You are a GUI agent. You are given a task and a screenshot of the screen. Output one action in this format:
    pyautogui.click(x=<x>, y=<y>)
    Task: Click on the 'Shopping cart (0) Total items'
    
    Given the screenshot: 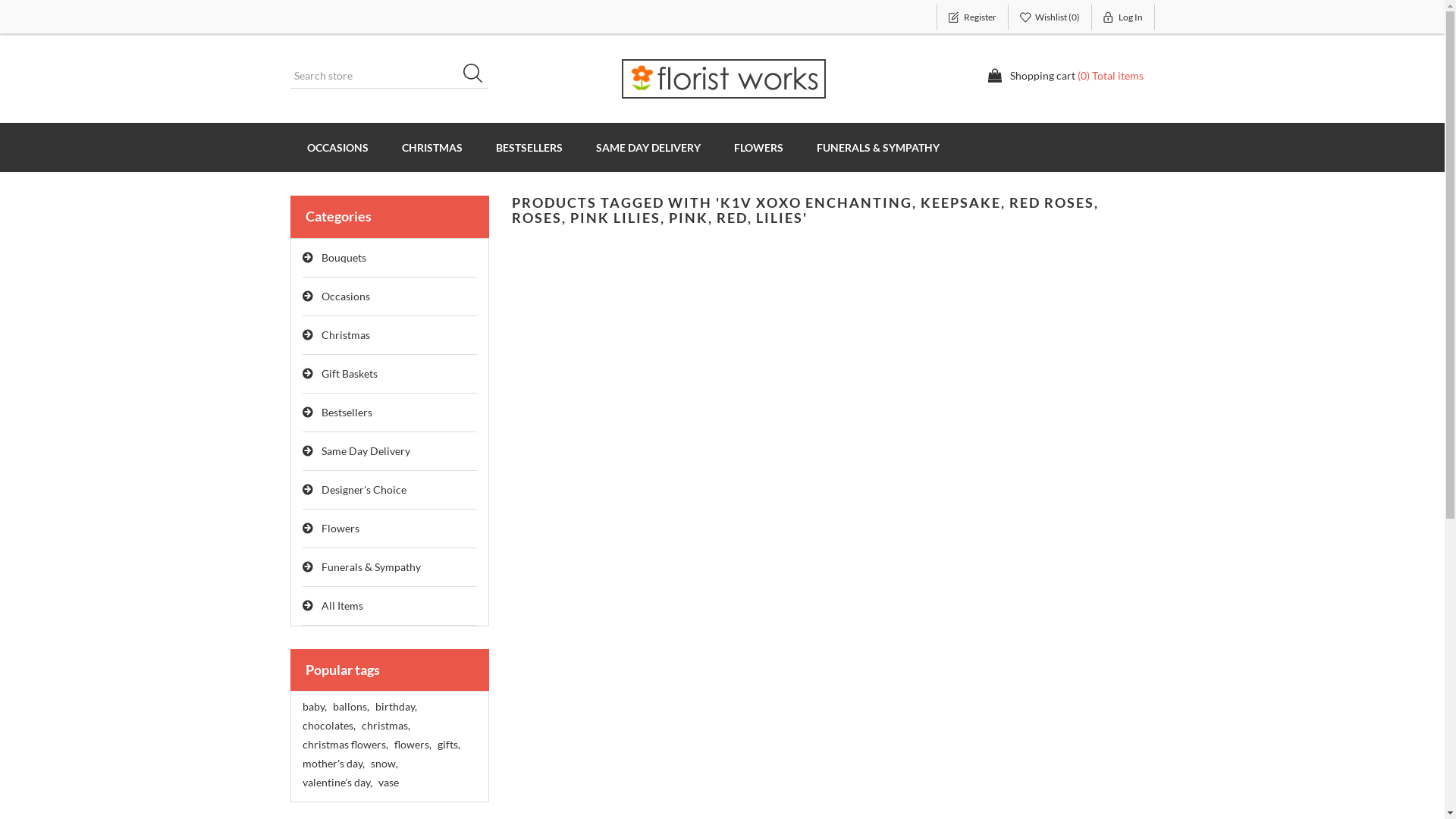 What is the action you would take?
    pyautogui.click(x=987, y=76)
    